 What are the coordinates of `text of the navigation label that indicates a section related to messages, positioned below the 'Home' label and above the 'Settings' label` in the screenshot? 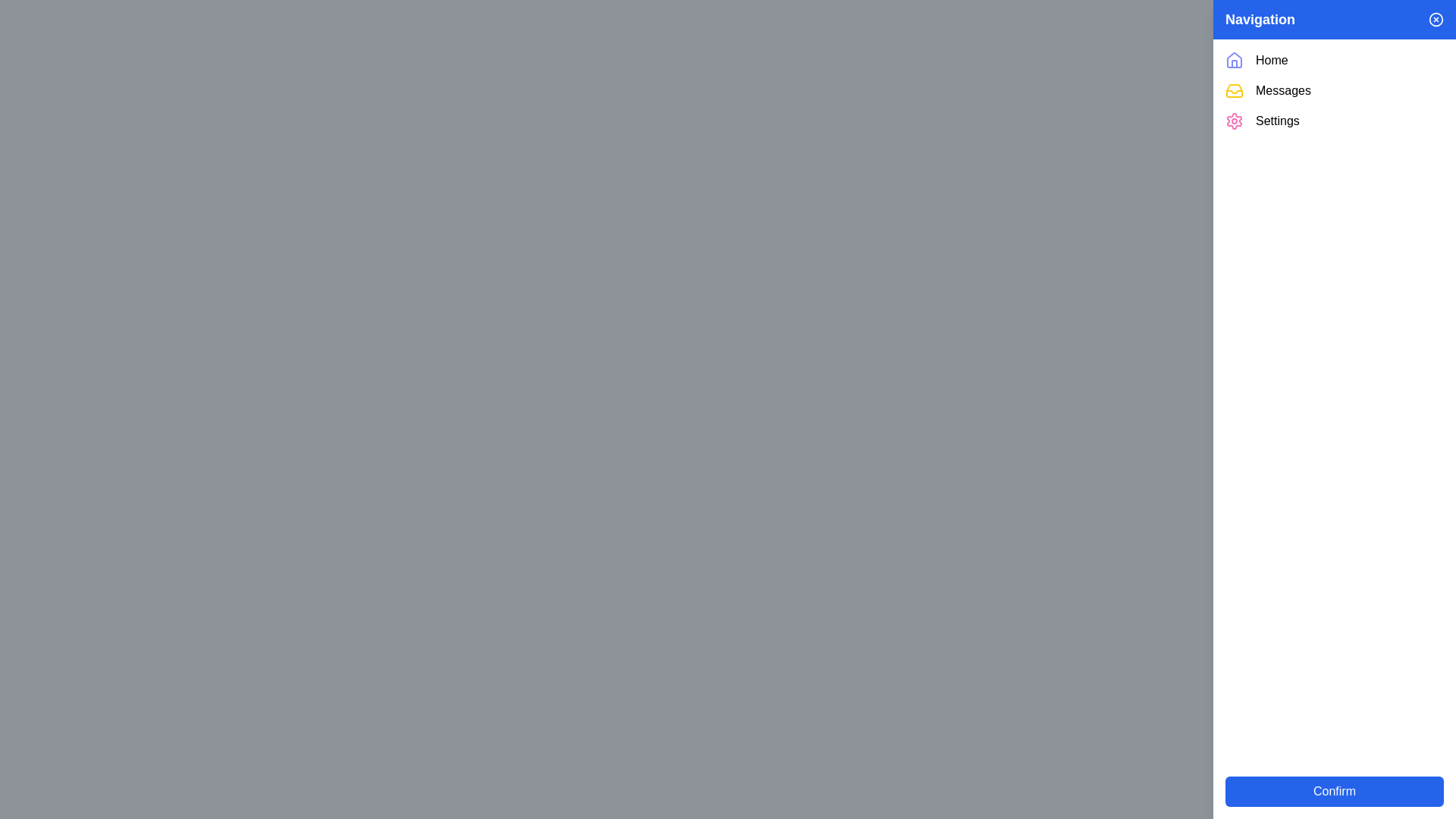 It's located at (1282, 90).